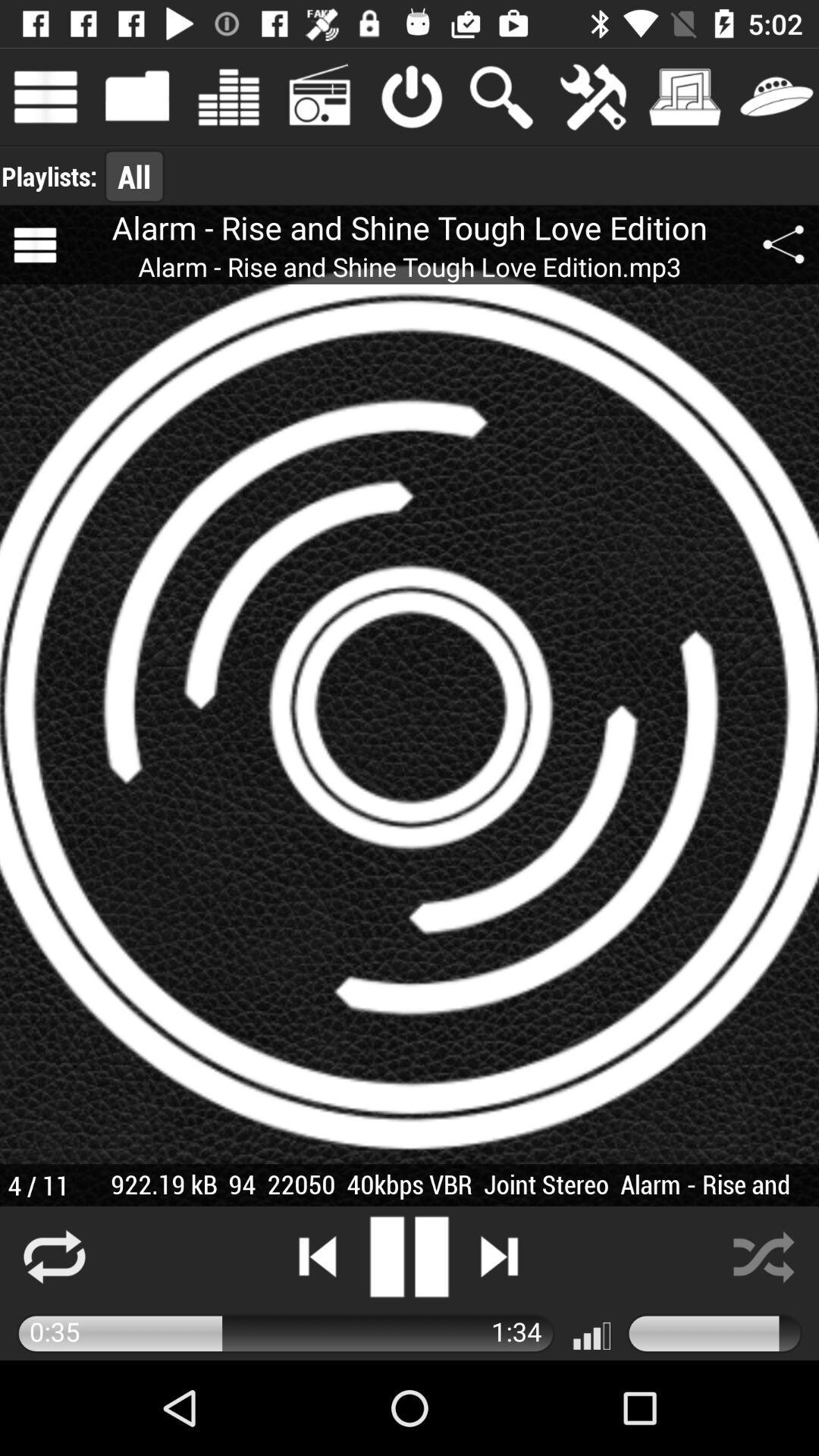  Describe the element at coordinates (133, 176) in the screenshot. I see `the   all` at that location.